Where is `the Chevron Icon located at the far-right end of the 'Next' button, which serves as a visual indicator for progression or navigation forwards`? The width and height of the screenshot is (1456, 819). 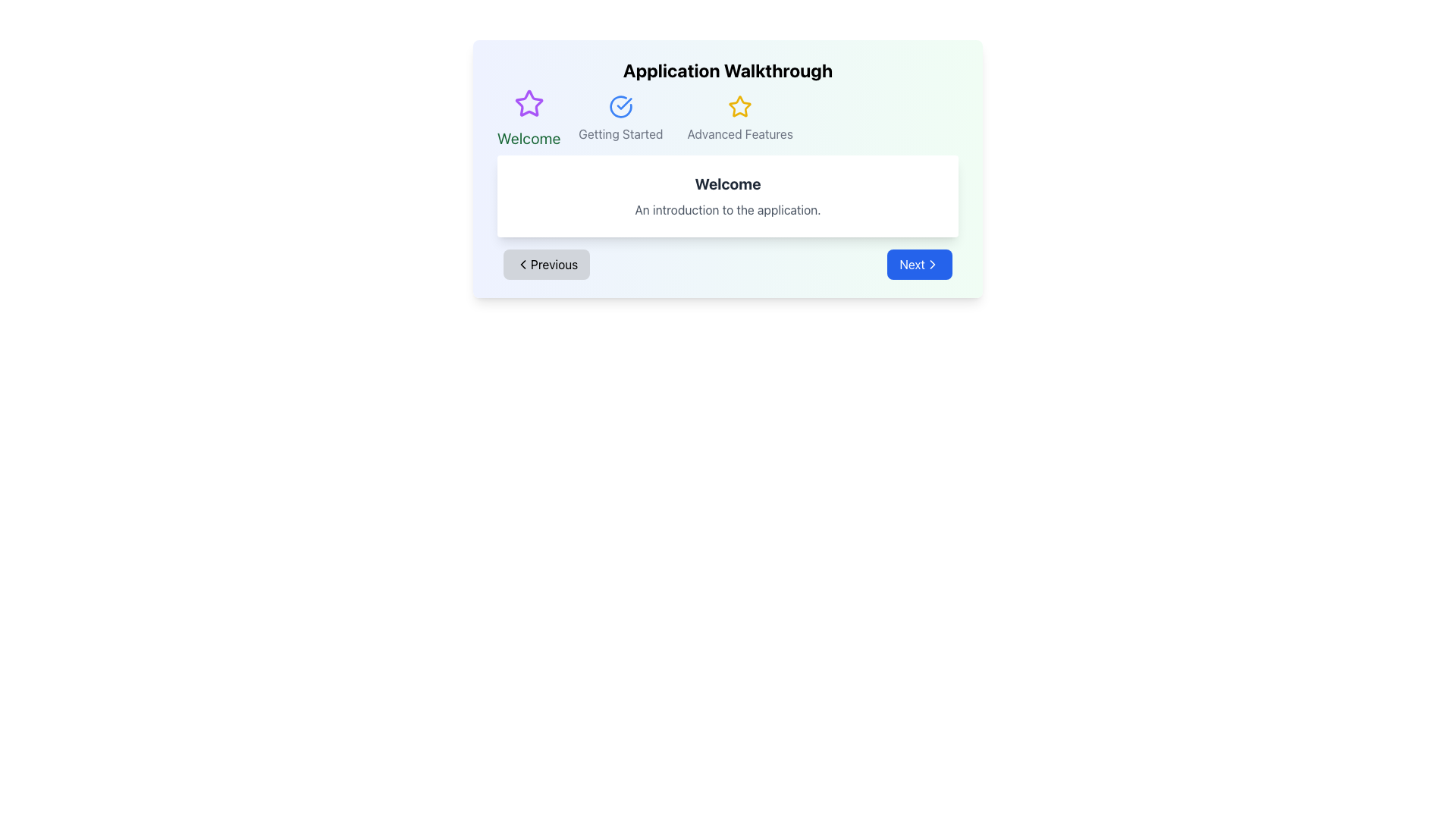 the Chevron Icon located at the far-right end of the 'Next' button, which serves as a visual indicator for progression or navigation forwards is located at coordinates (931, 263).